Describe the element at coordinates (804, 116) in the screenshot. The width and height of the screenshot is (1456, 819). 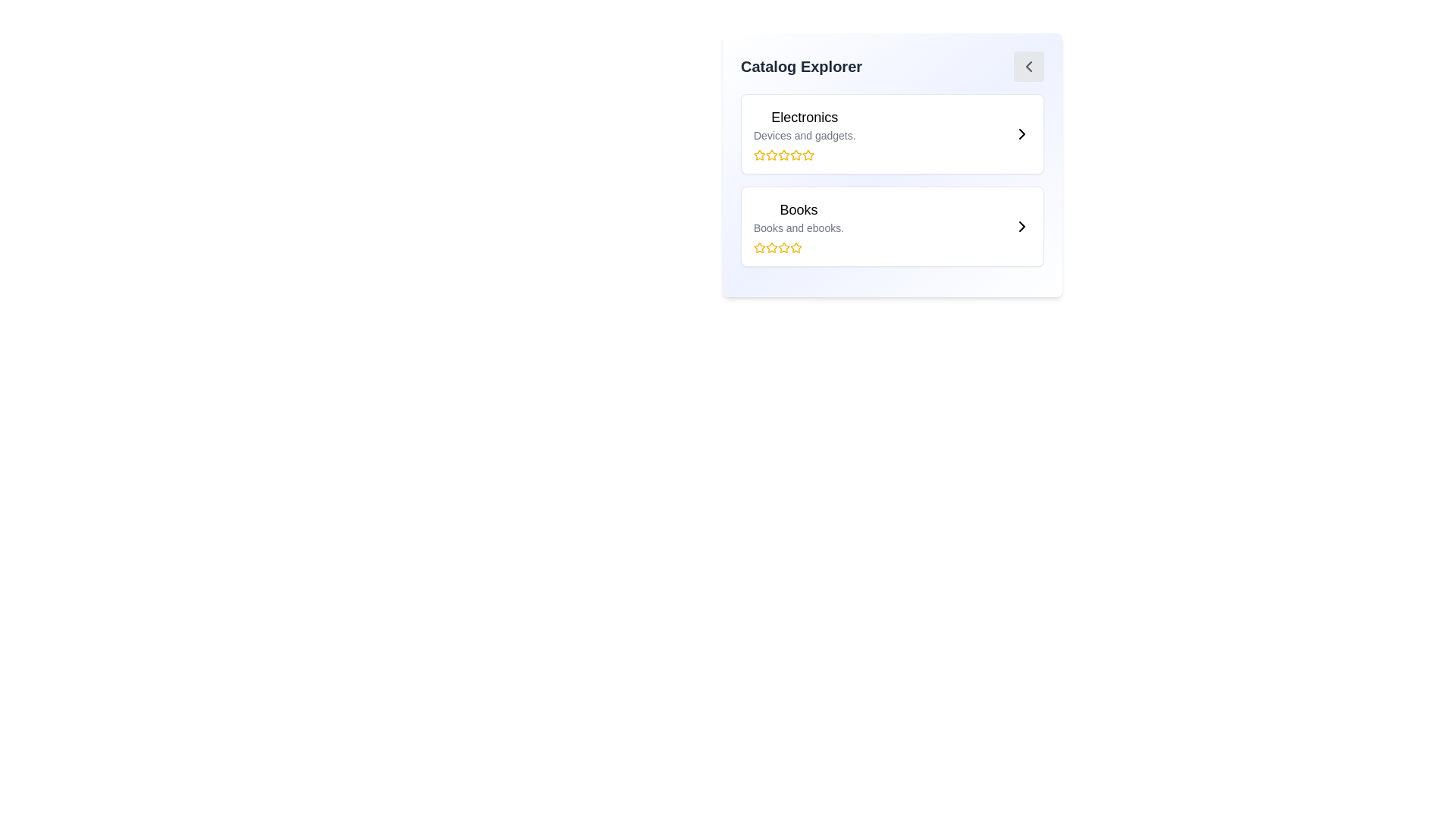
I see `the bold text label displaying 'Electronics' in the left panel, which is positioned at the top of the 'Electronics' section` at that location.